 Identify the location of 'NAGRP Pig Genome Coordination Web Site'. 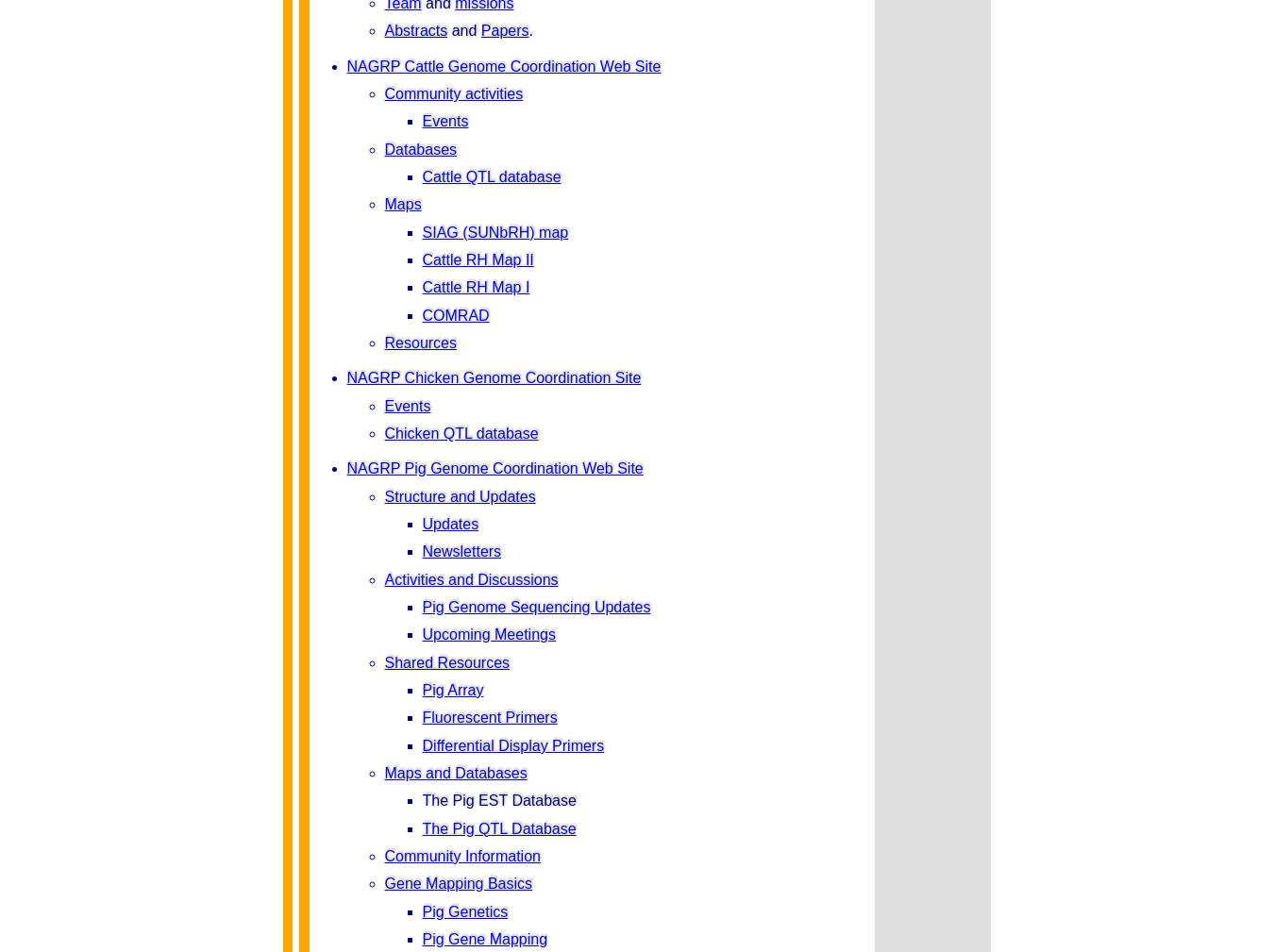
(493, 467).